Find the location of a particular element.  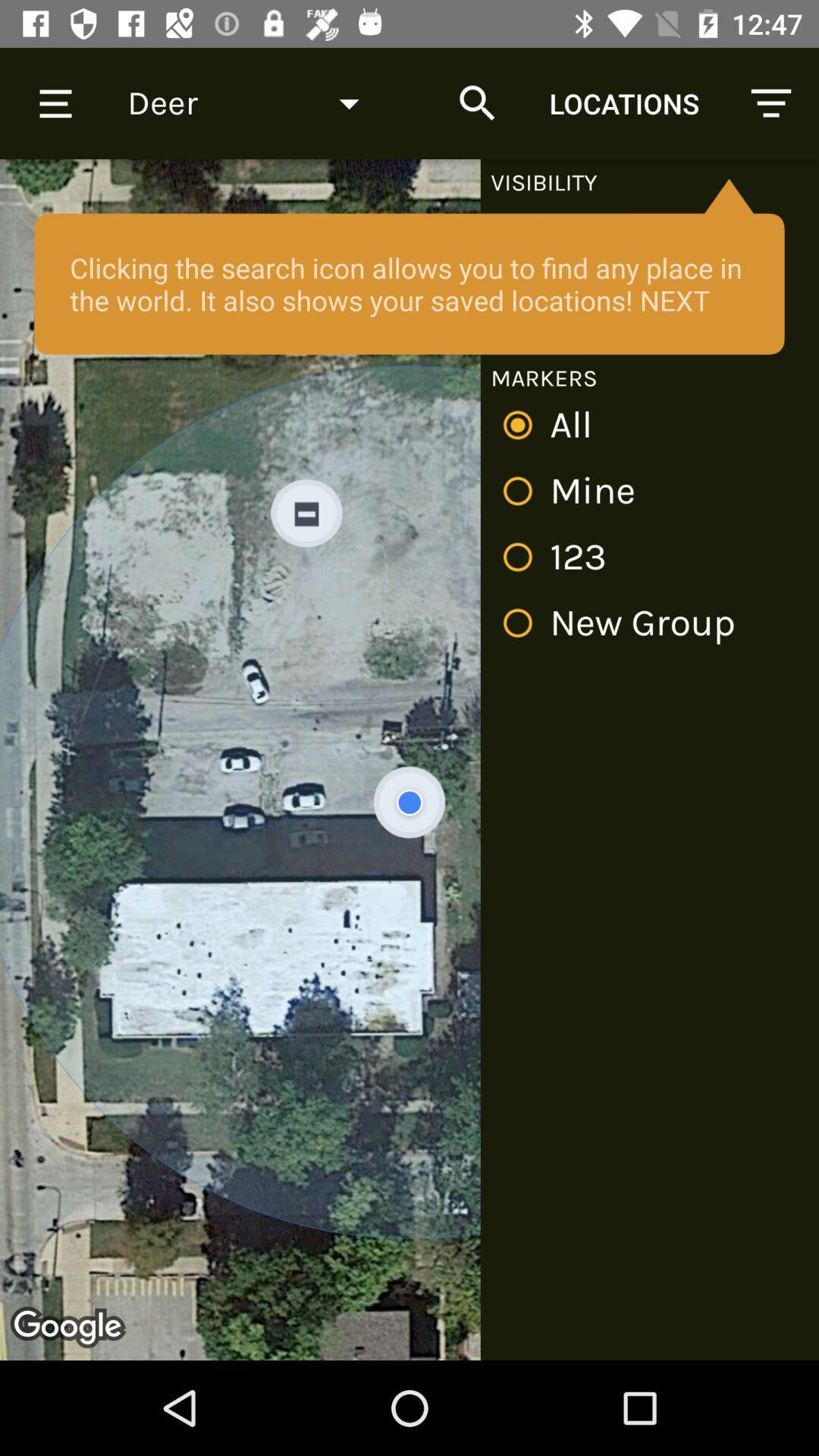

the logo on the web page is located at coordinates (70, 1328).